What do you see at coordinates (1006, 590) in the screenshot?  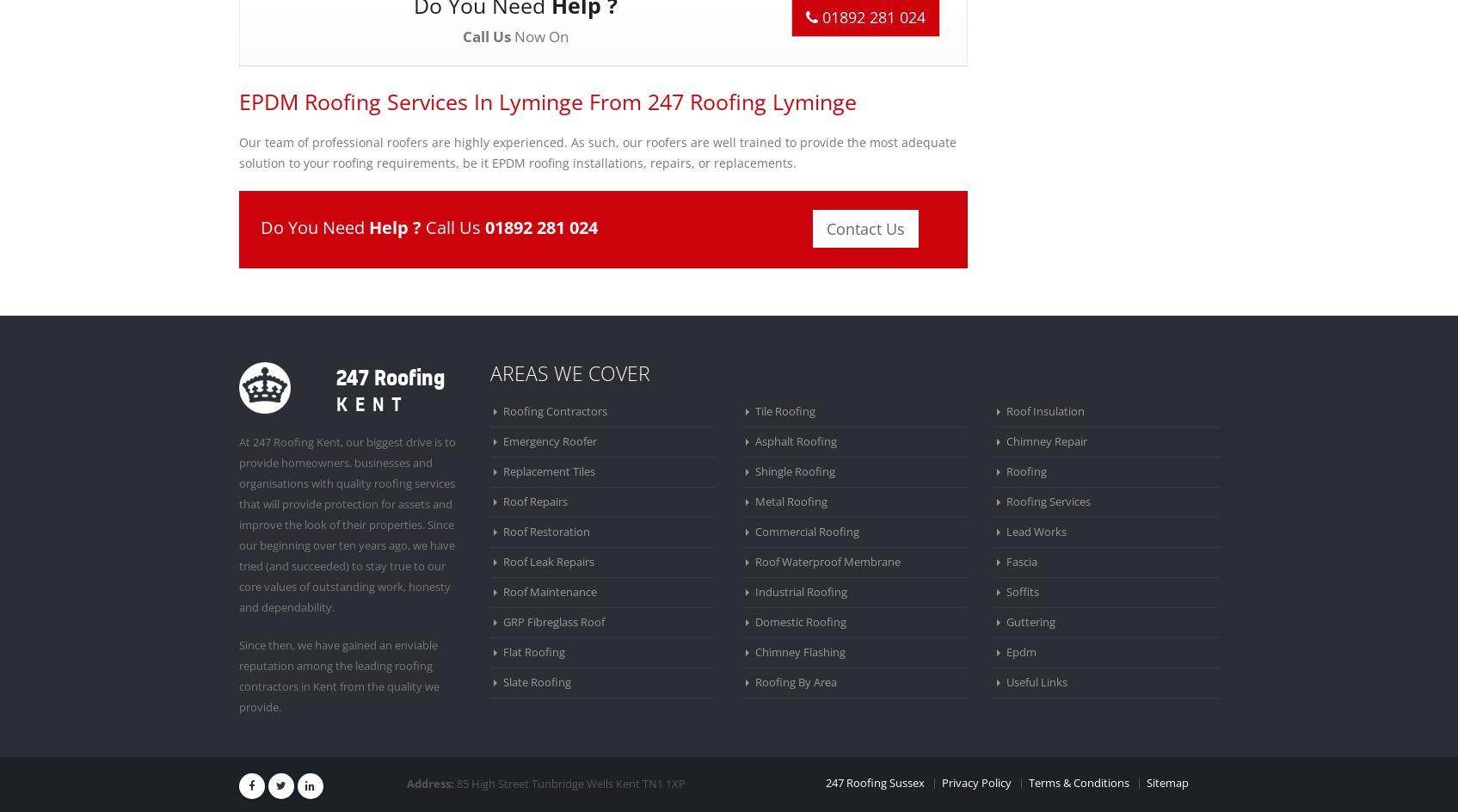 I see `'Soffits'` at bounding box center [1006, 590].